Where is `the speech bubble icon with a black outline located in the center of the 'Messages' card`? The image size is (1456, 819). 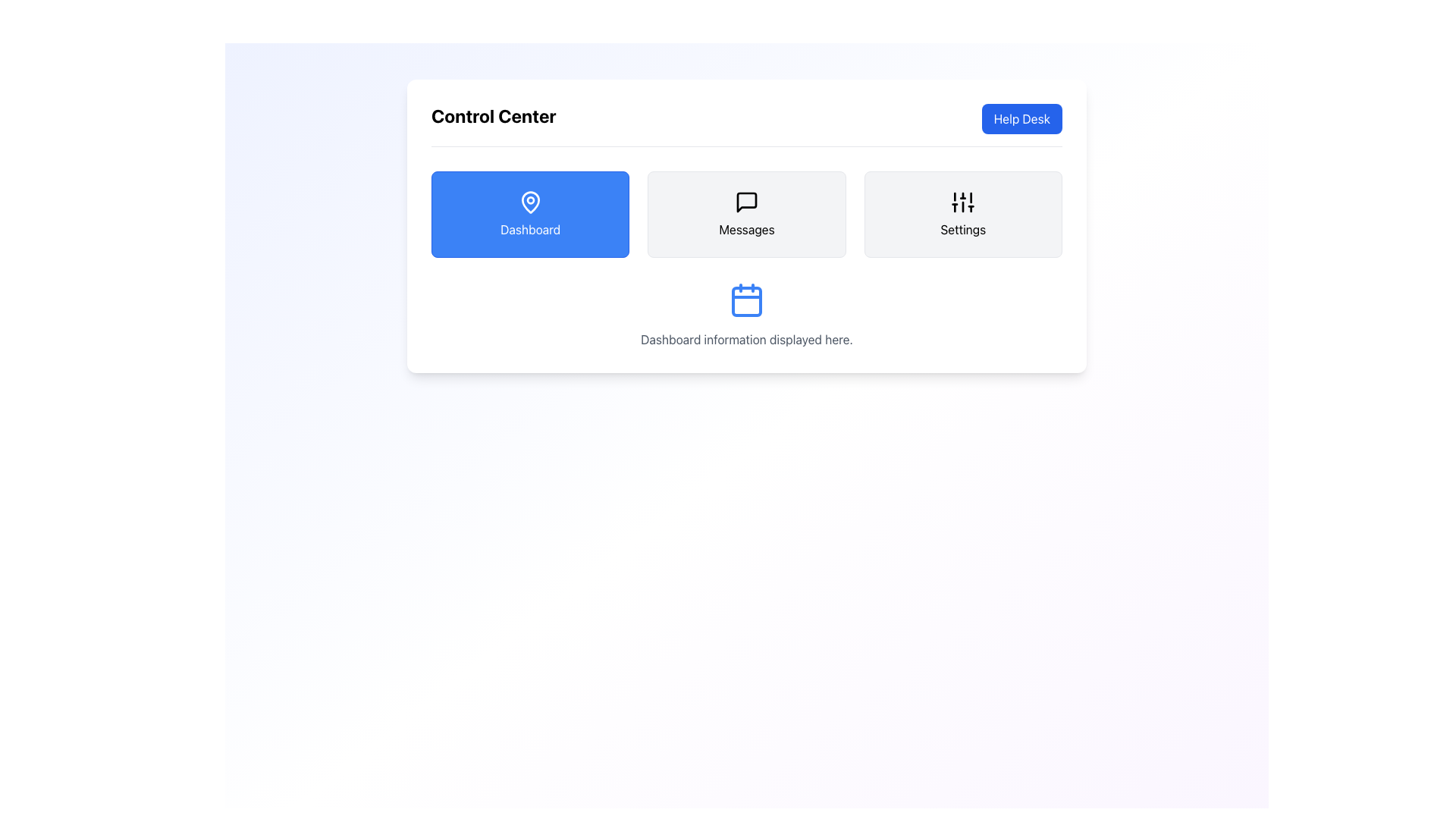 the speech bubble icon with a black outline located in the center of the 'Messages' card is located at coordinates (746, 201).